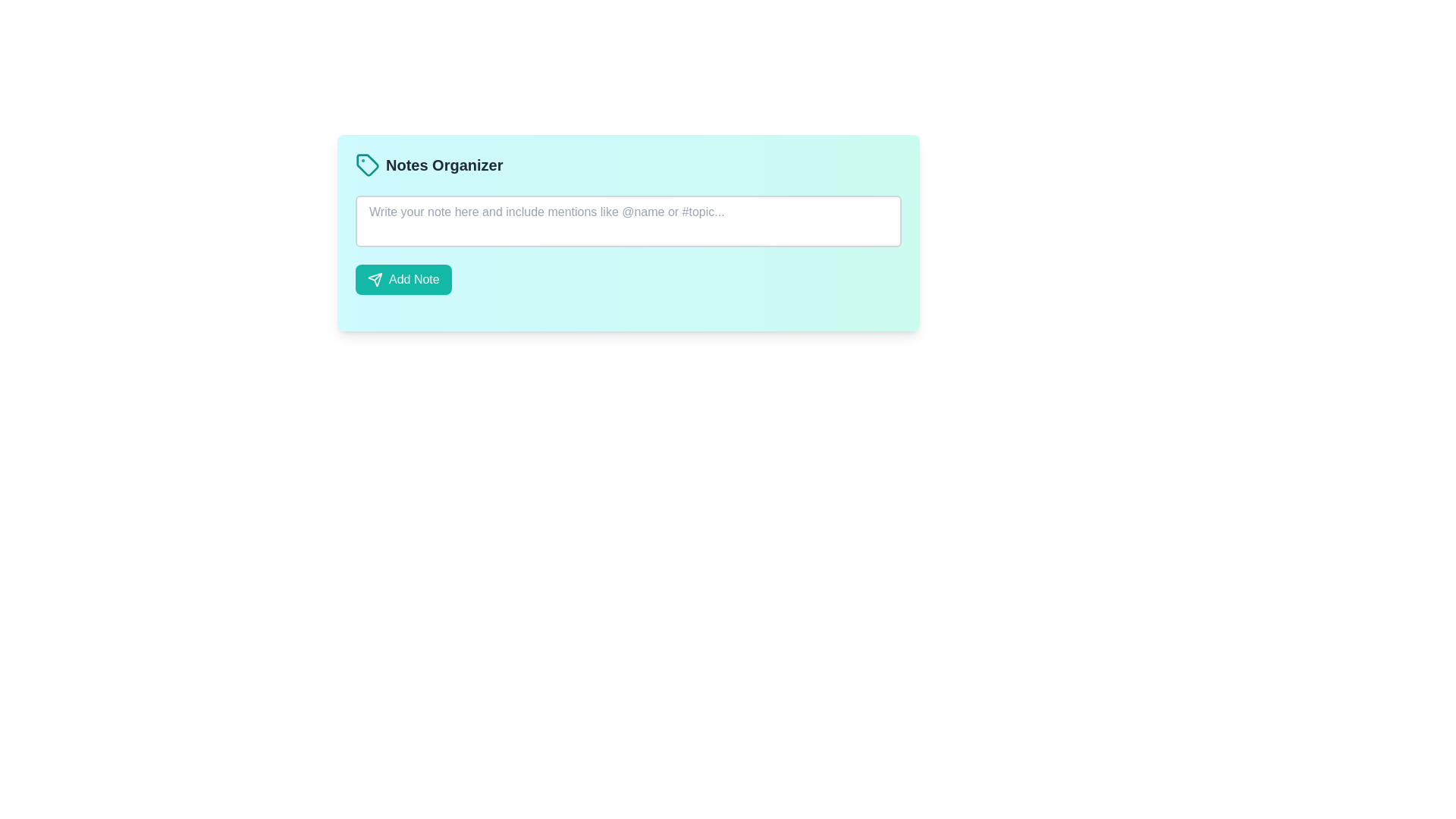  I want to click on the 'Add Note' button located in the bottom left corner of the light blue 'Notes Organizer' box, so click(403, 280).